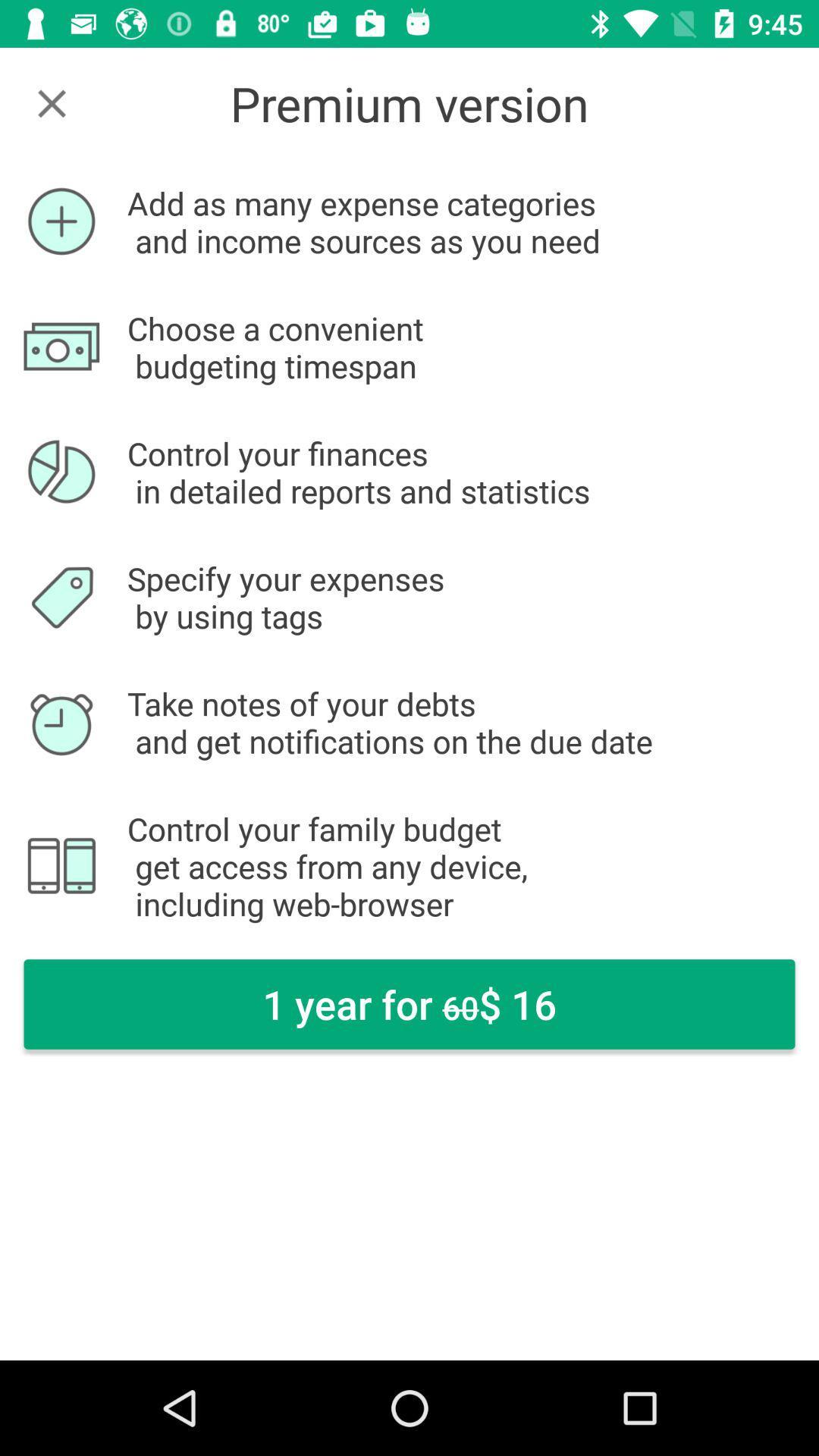 The width and height of the screenshot is (819, 1456). What do you see at coordinates (409, 1004) in the screenshot?
I see `the item below control your family item` at bounding box center [409, 1004].